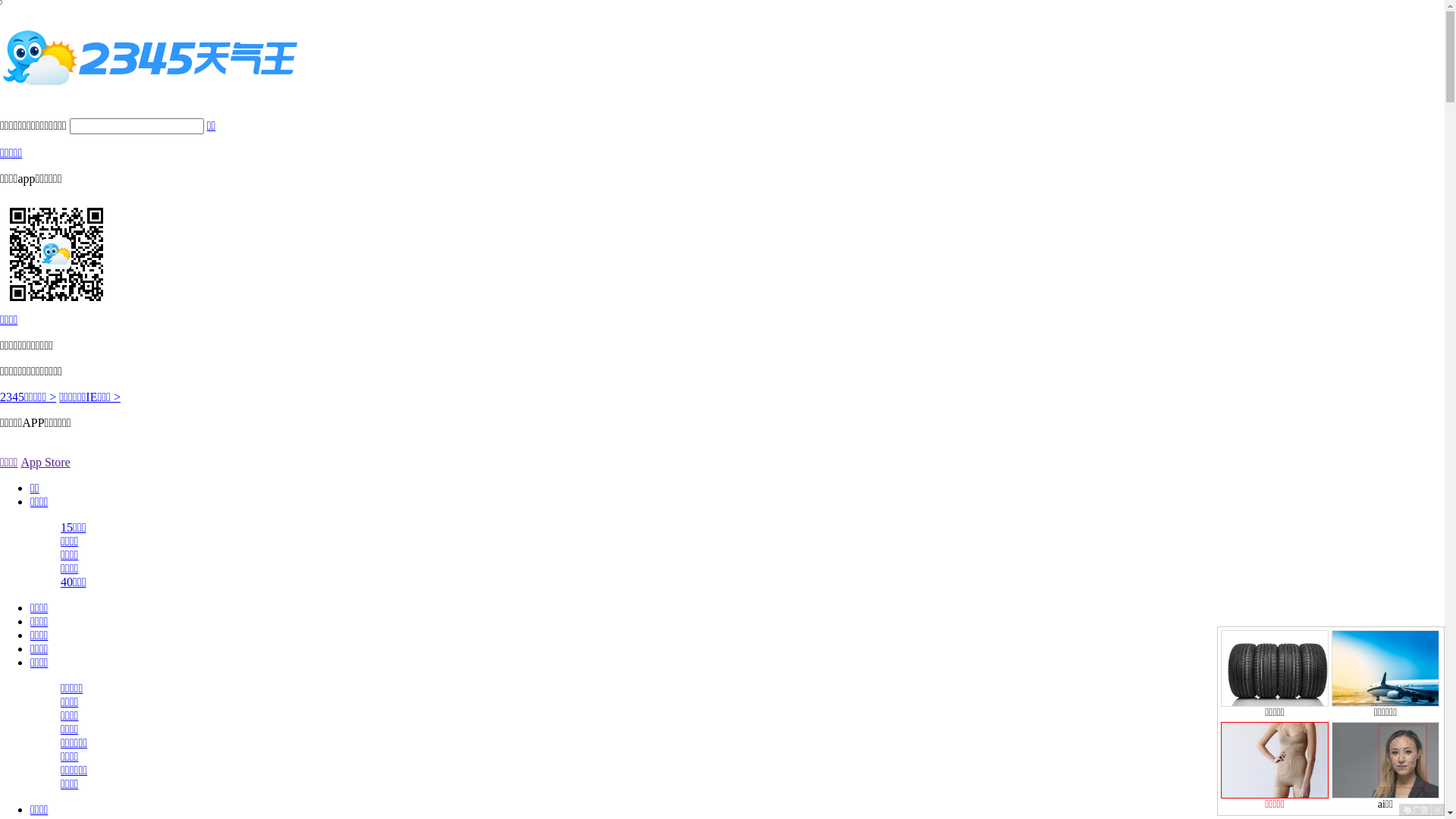  Describe the element at coordinates (45, 461) in the screenshot. I see `'App Store'` at that location.